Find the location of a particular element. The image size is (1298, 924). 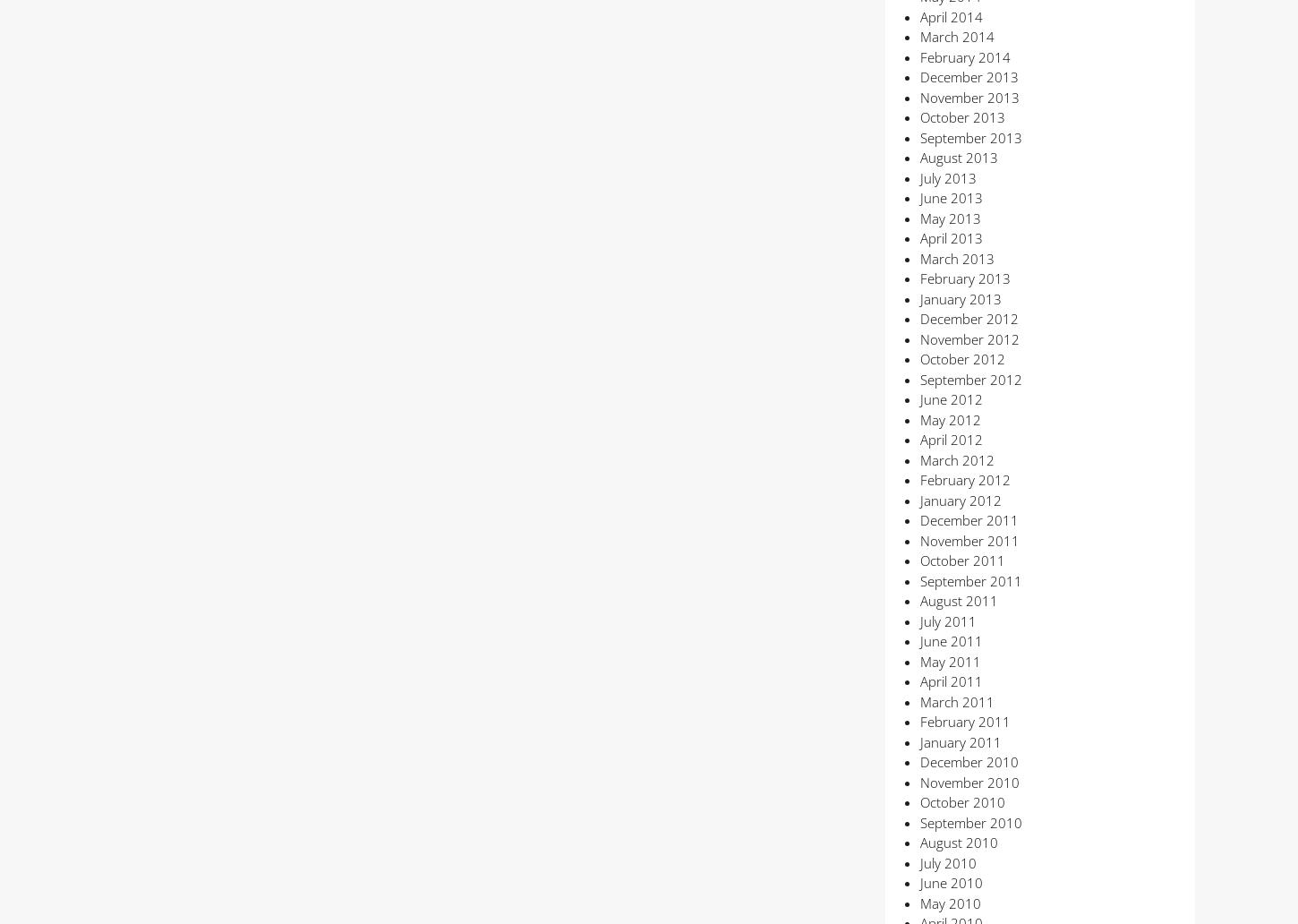

'March 2014' is located at coordinates (956, 36).